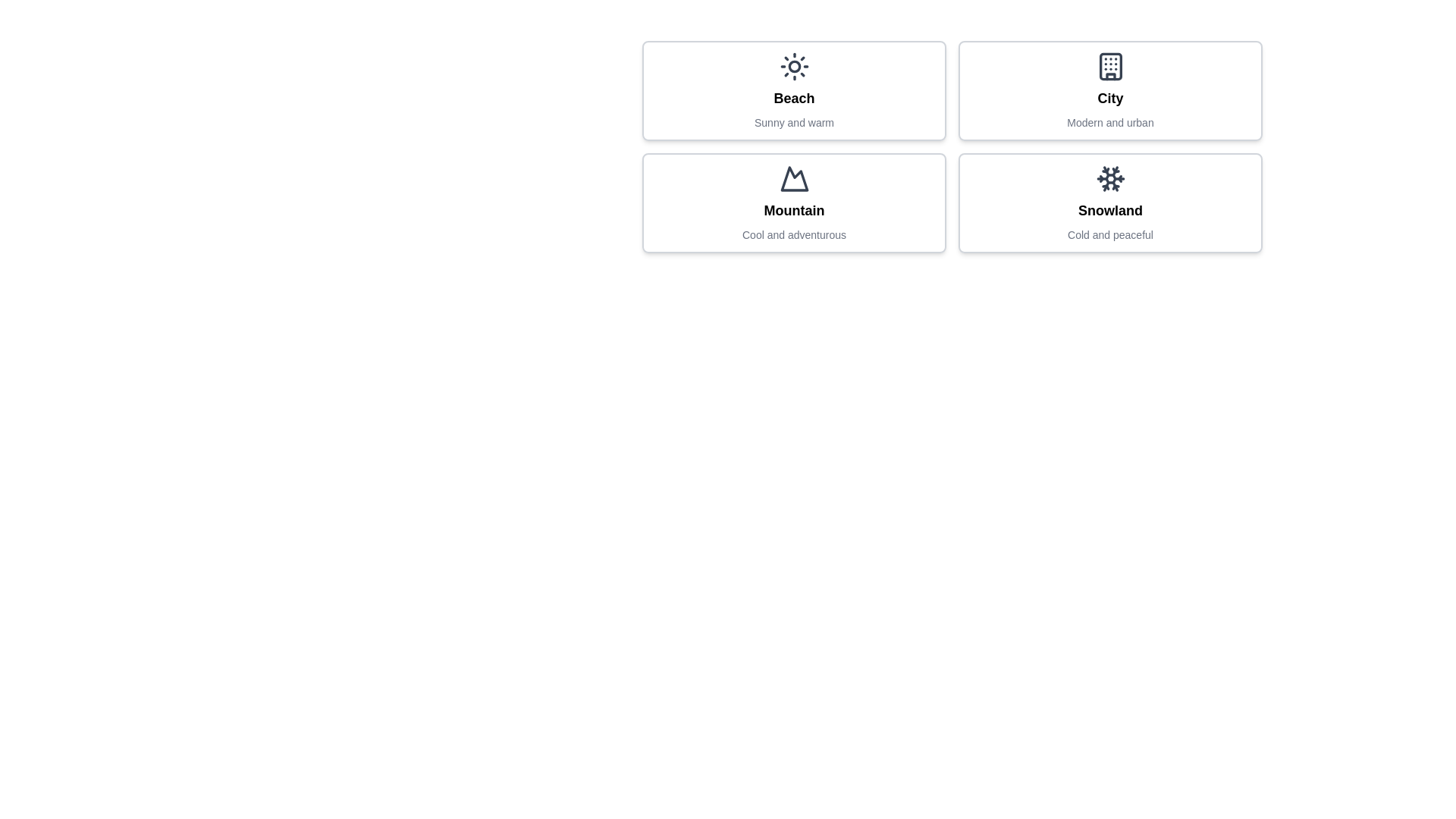  Describe the element at coordinates (793, 99) in the screenshot. I see `the textual header 'Beach', which is the topmost component in a card-like structure, featuring a sun icon above it and a smaller text 'Sunny and warm' below` at that location.